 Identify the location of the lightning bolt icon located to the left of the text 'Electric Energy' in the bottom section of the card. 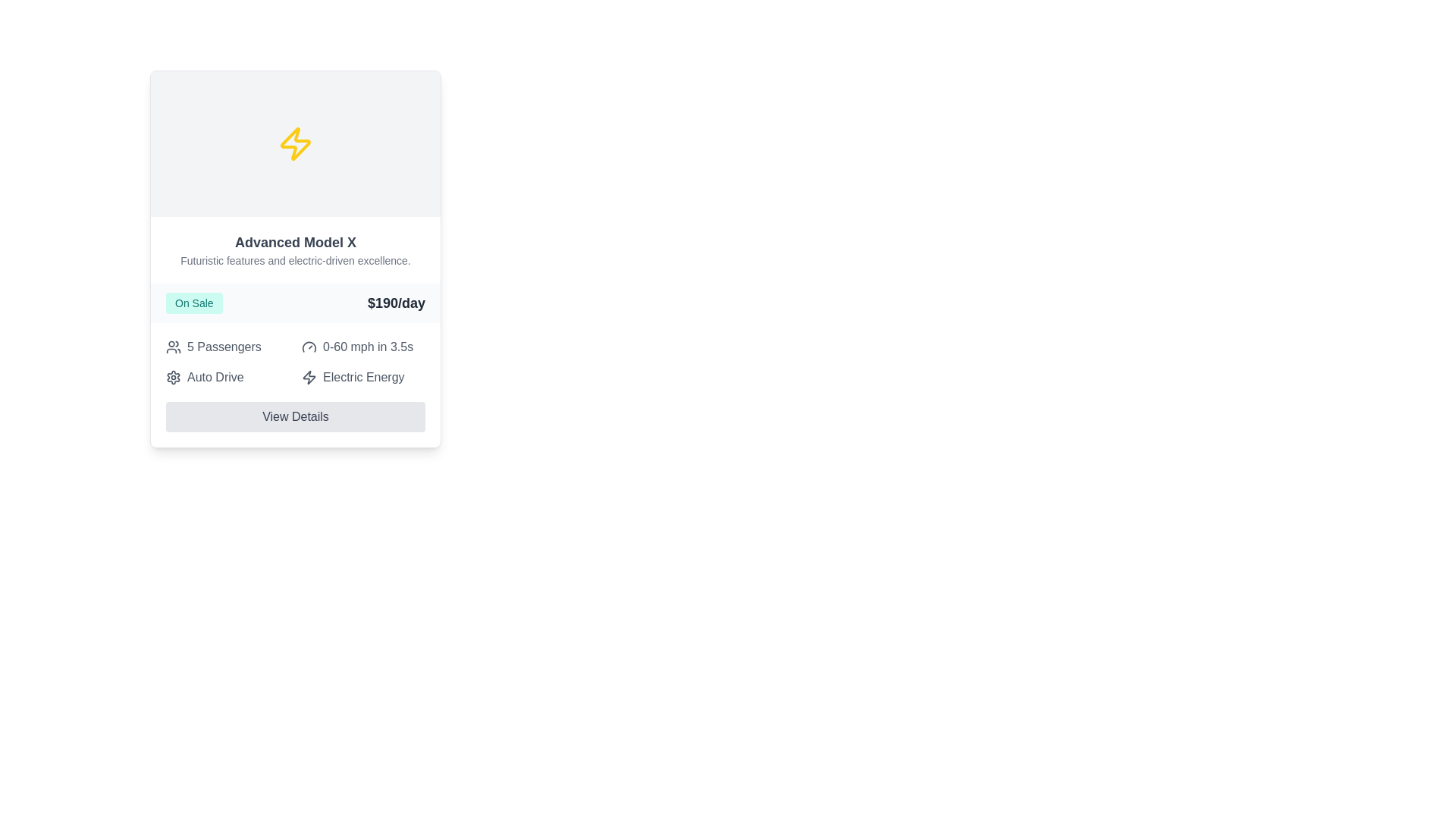
(309, 376).